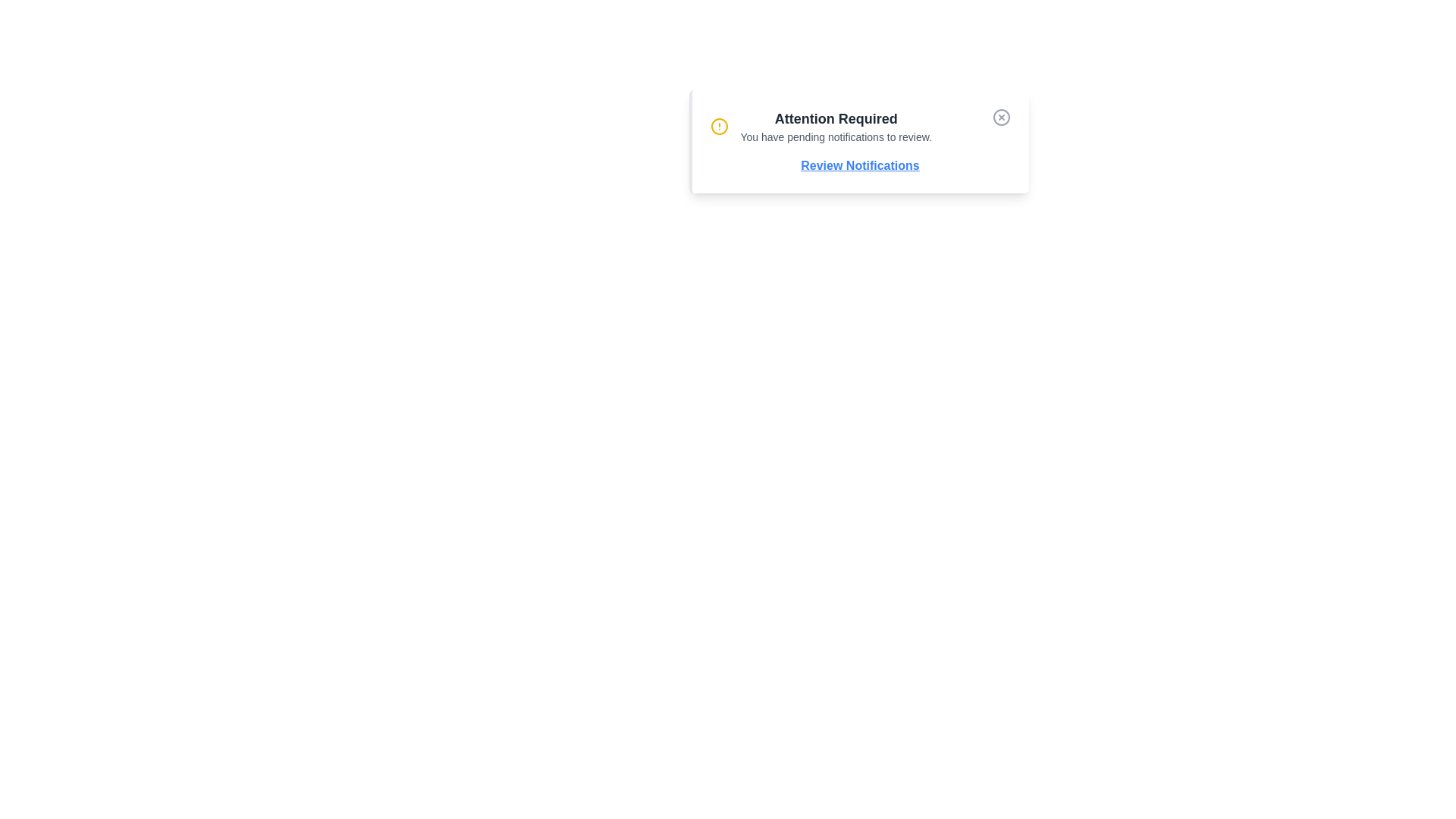  What do you see at coordinates (718, 125) in the screenshot?
I see `the outermost circular component of the icon with a yellow border and light yellow center, located to the left of the 'Attention Required' text in the notification banner` at bounding box center [718, 125].